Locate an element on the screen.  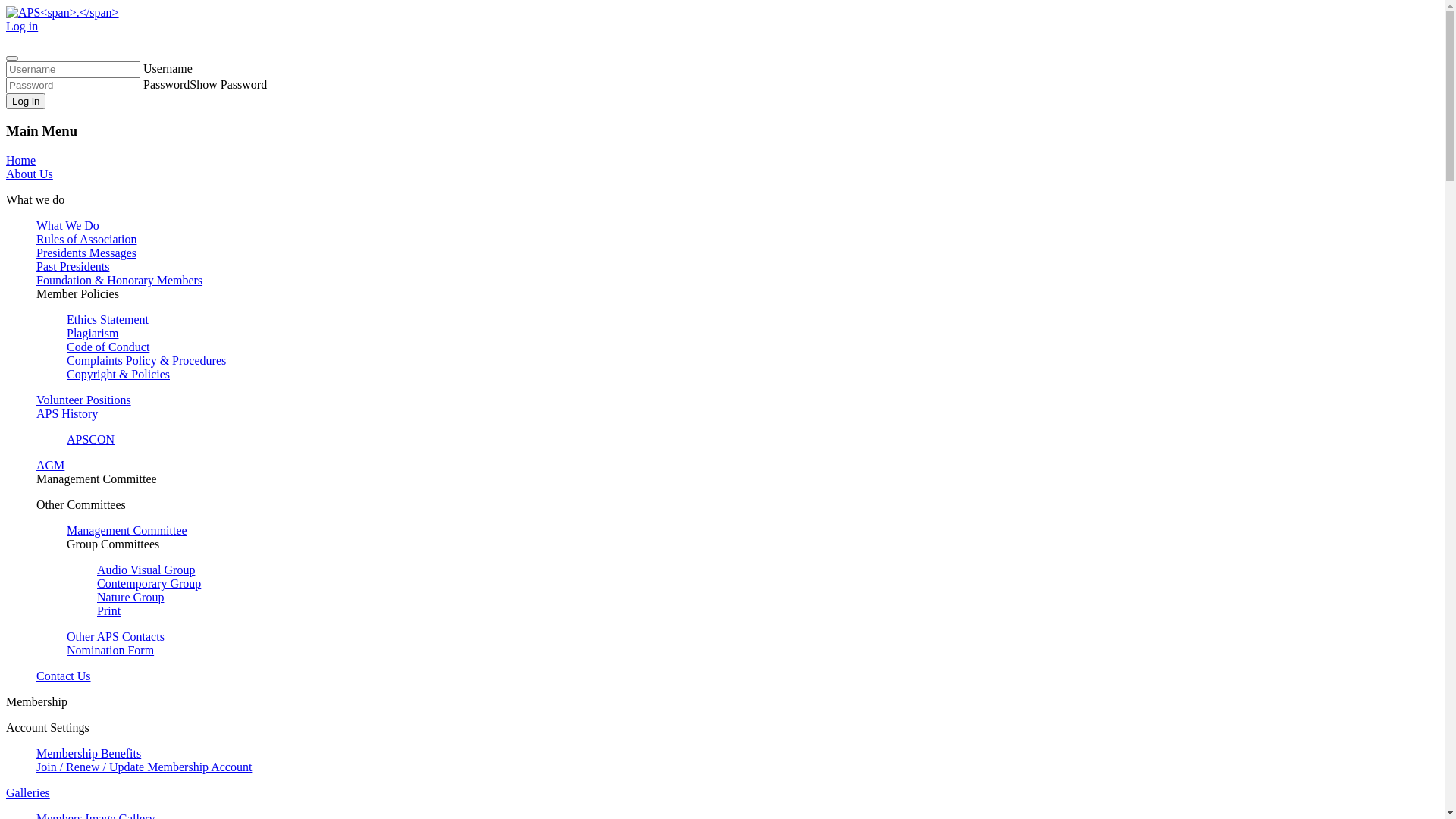
'Plagiarism' is located at coordinates (91, 332).